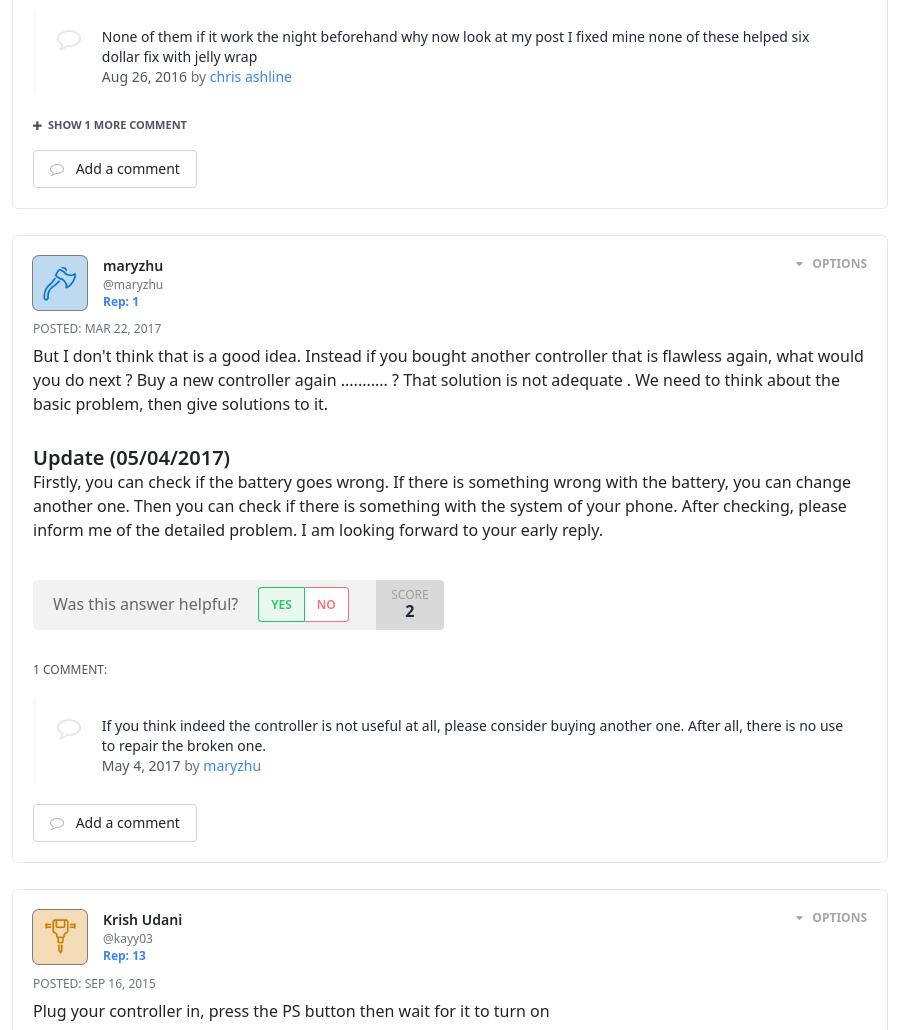 The image size is (900, 1030). Describe the element at coordinates (133, 282) in the screenshot. I see `'@maryzhu'` at that location.